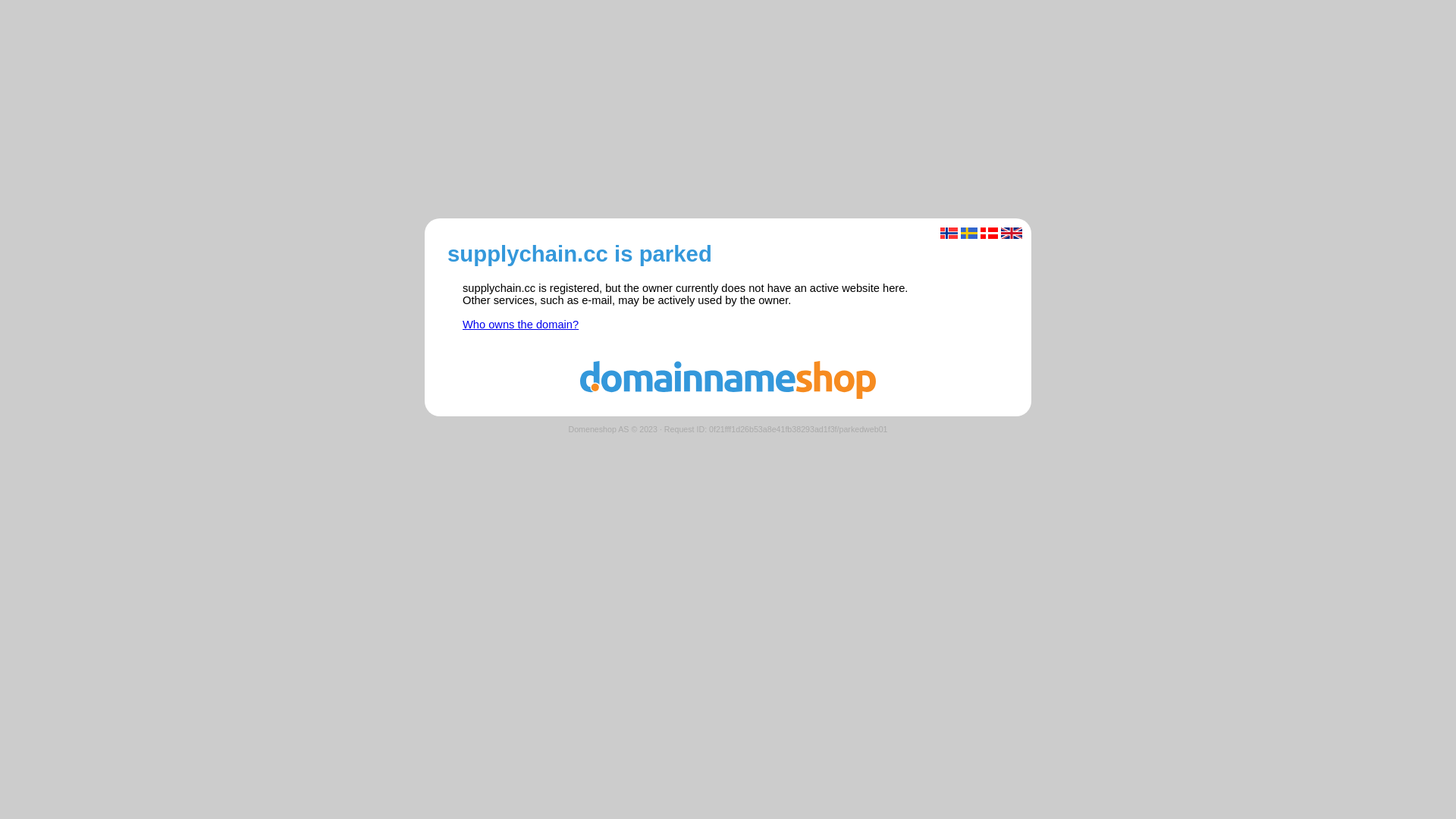 The width and height of the screenshot is (1456, 819). What do you see at coordinates (520, 324) in the screenshot?
I see `'Who owns the domain?'` at bounding box center [520, 324].